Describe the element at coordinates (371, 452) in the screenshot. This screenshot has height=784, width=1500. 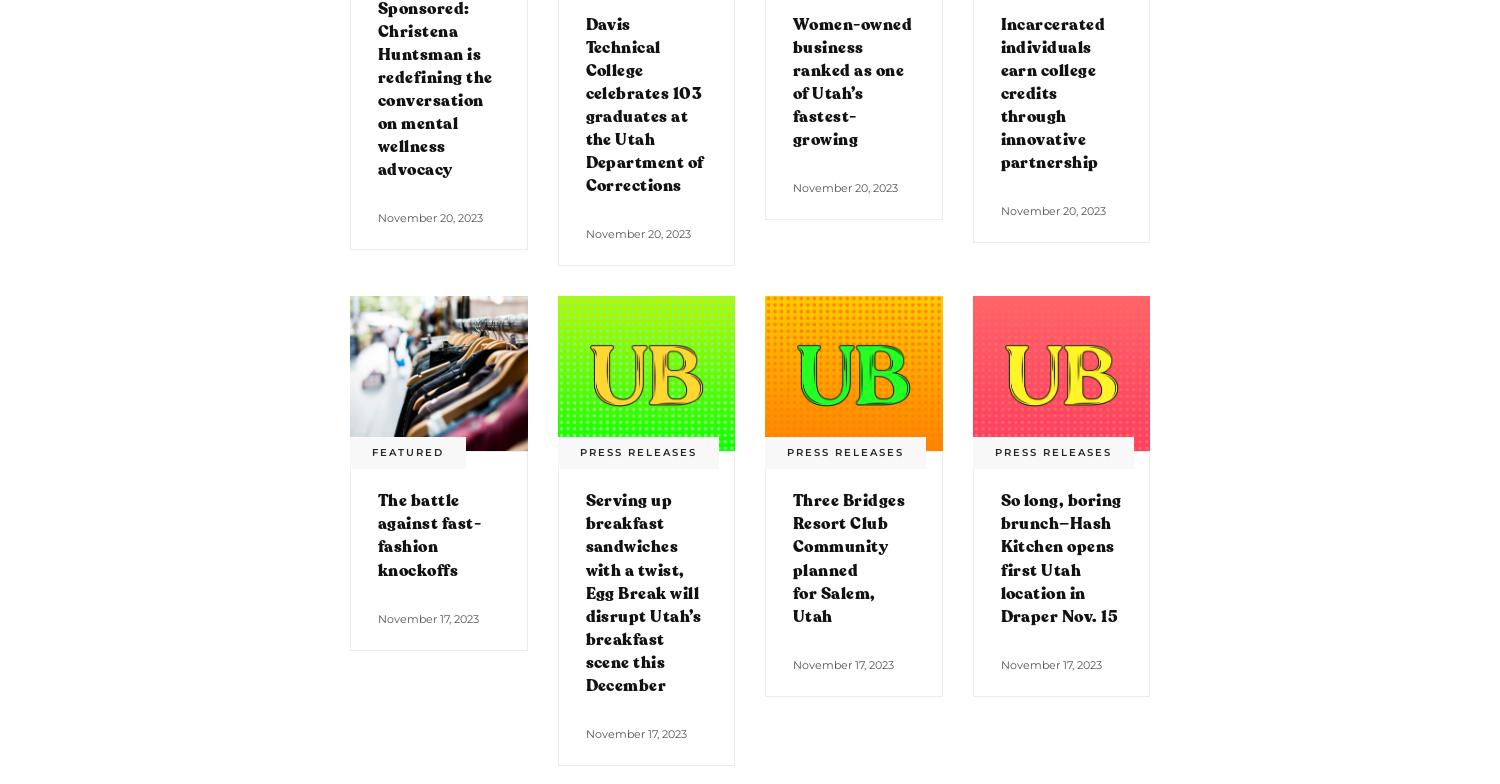
I see `'Featured'` at that location.